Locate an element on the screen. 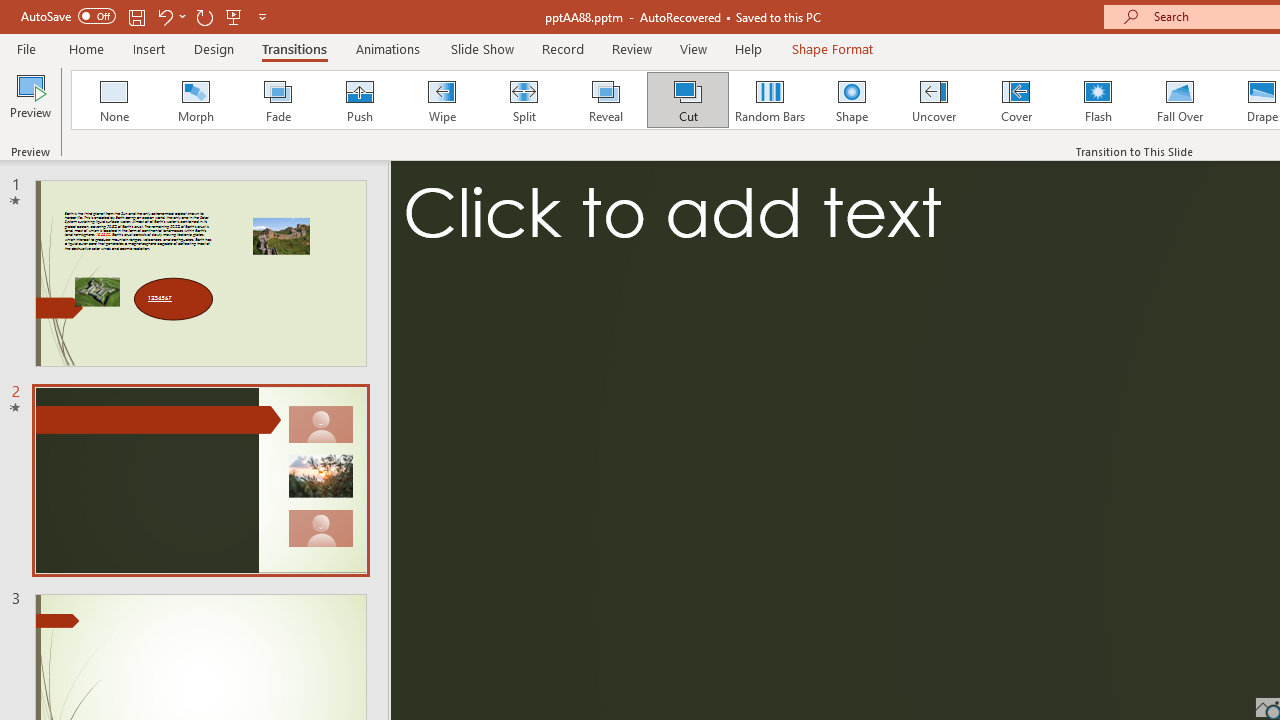 Image resolution: width=1280 pixels, height=720 pixels. 'Reveal' is located at coordinates (604, 100).